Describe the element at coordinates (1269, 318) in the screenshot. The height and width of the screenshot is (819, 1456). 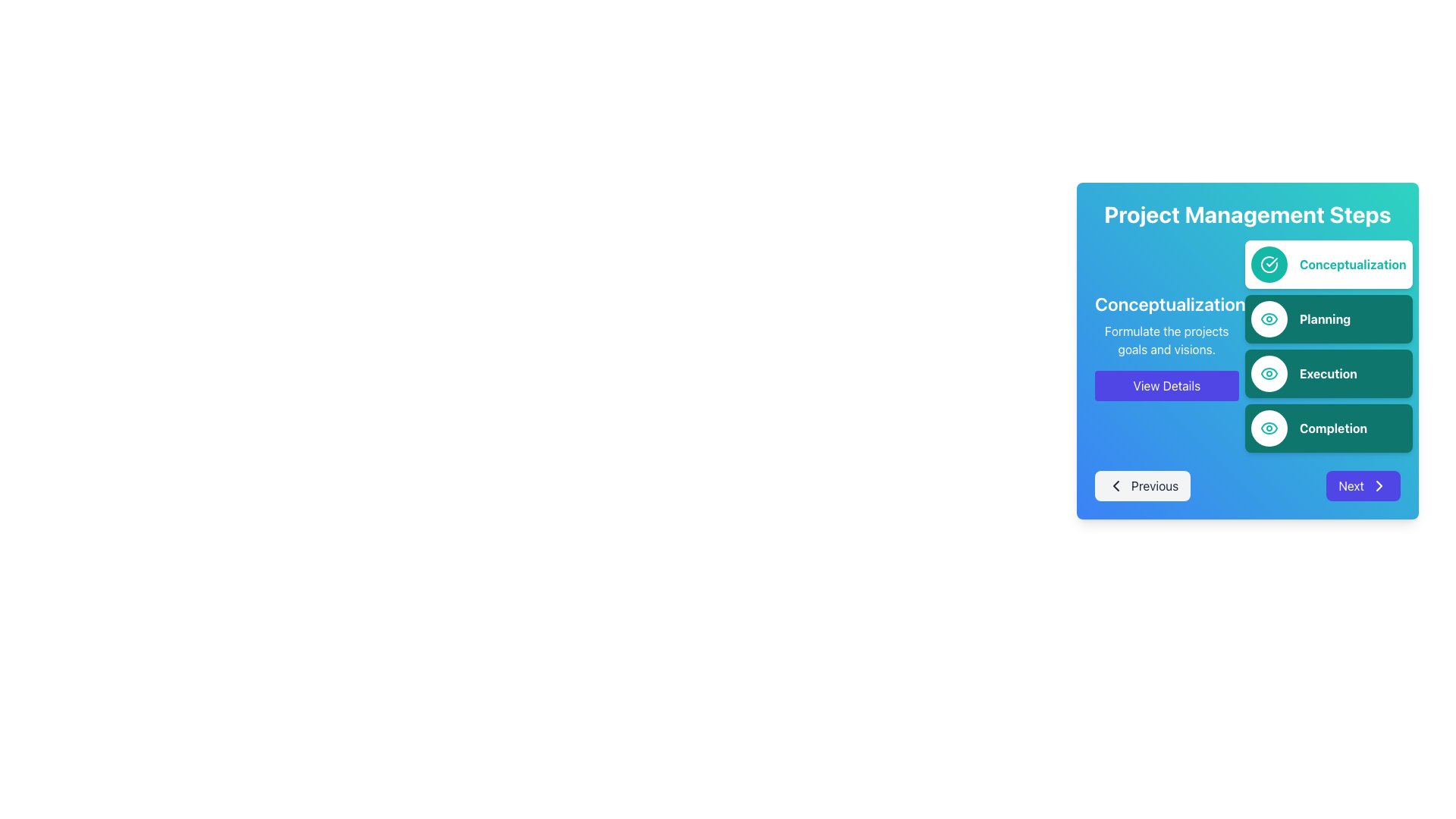
I see `eye icon located within the green circular button adjacent to the 'Execution' label in the project management steps` at that location.